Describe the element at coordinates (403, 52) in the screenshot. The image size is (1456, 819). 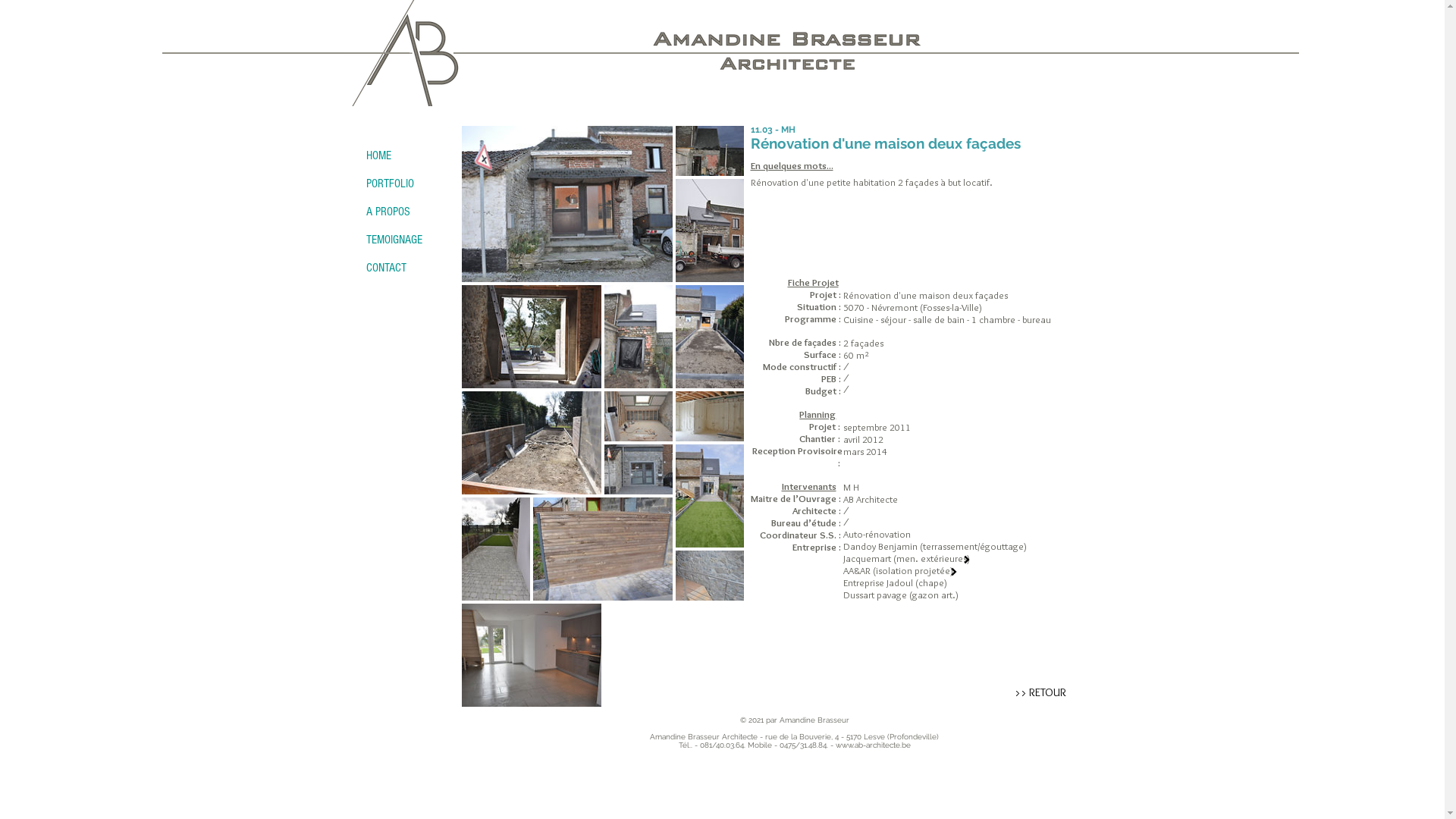
I see `'brasseur_fond_blanc.png'` at that location.